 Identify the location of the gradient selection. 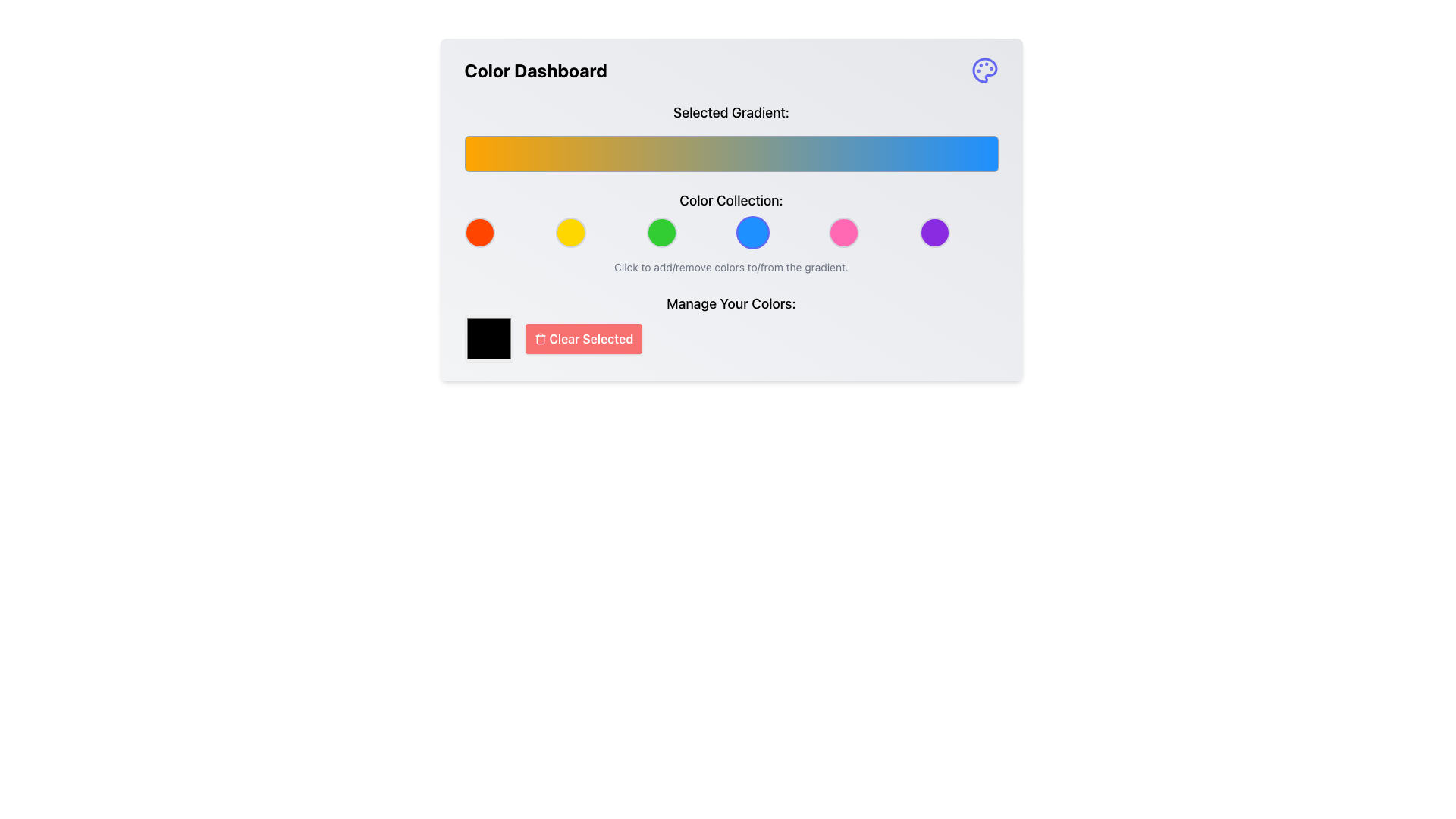
(768, 154).